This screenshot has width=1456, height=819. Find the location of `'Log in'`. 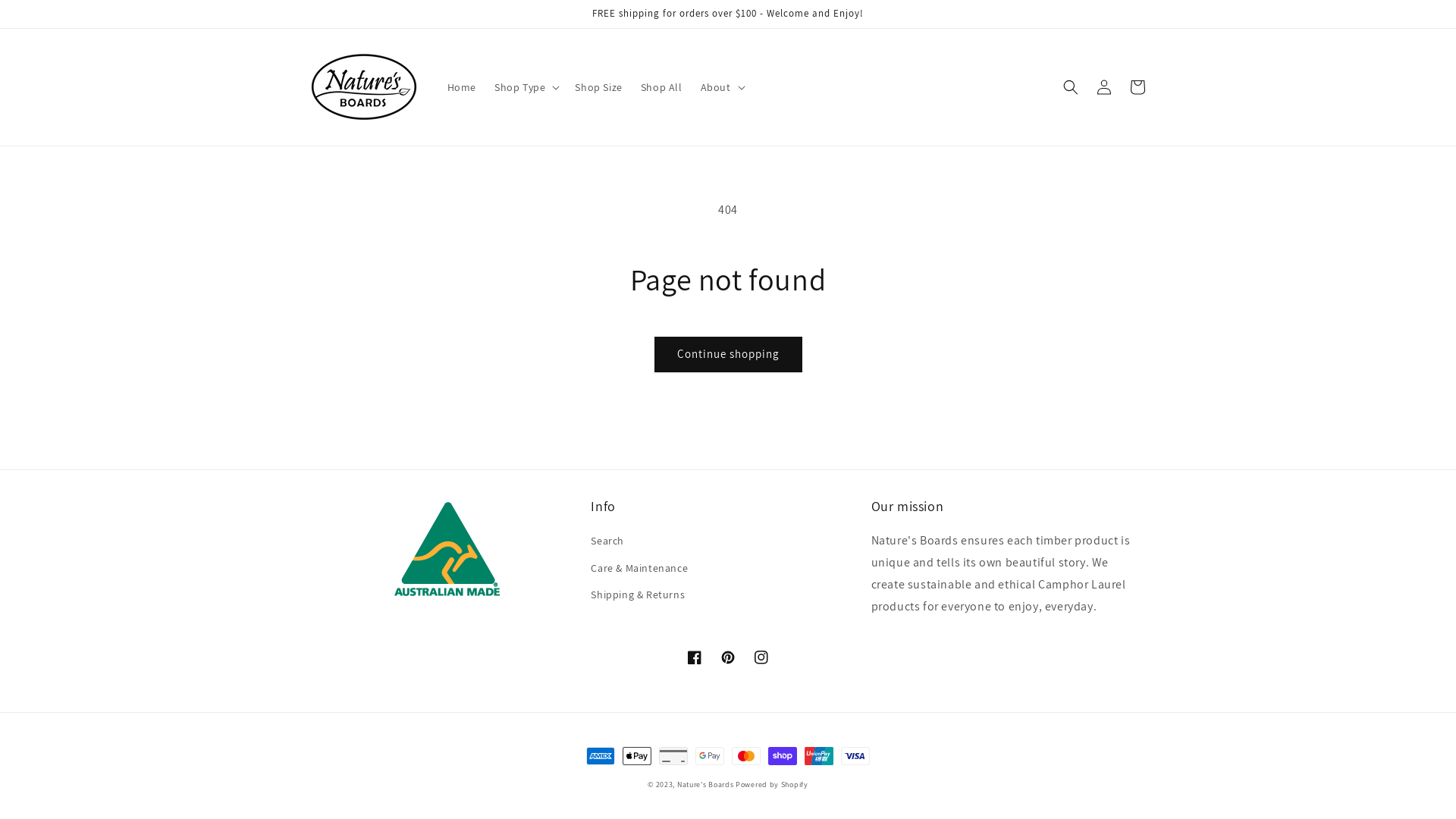

'Log in' is located at coordinates (1103, 87).